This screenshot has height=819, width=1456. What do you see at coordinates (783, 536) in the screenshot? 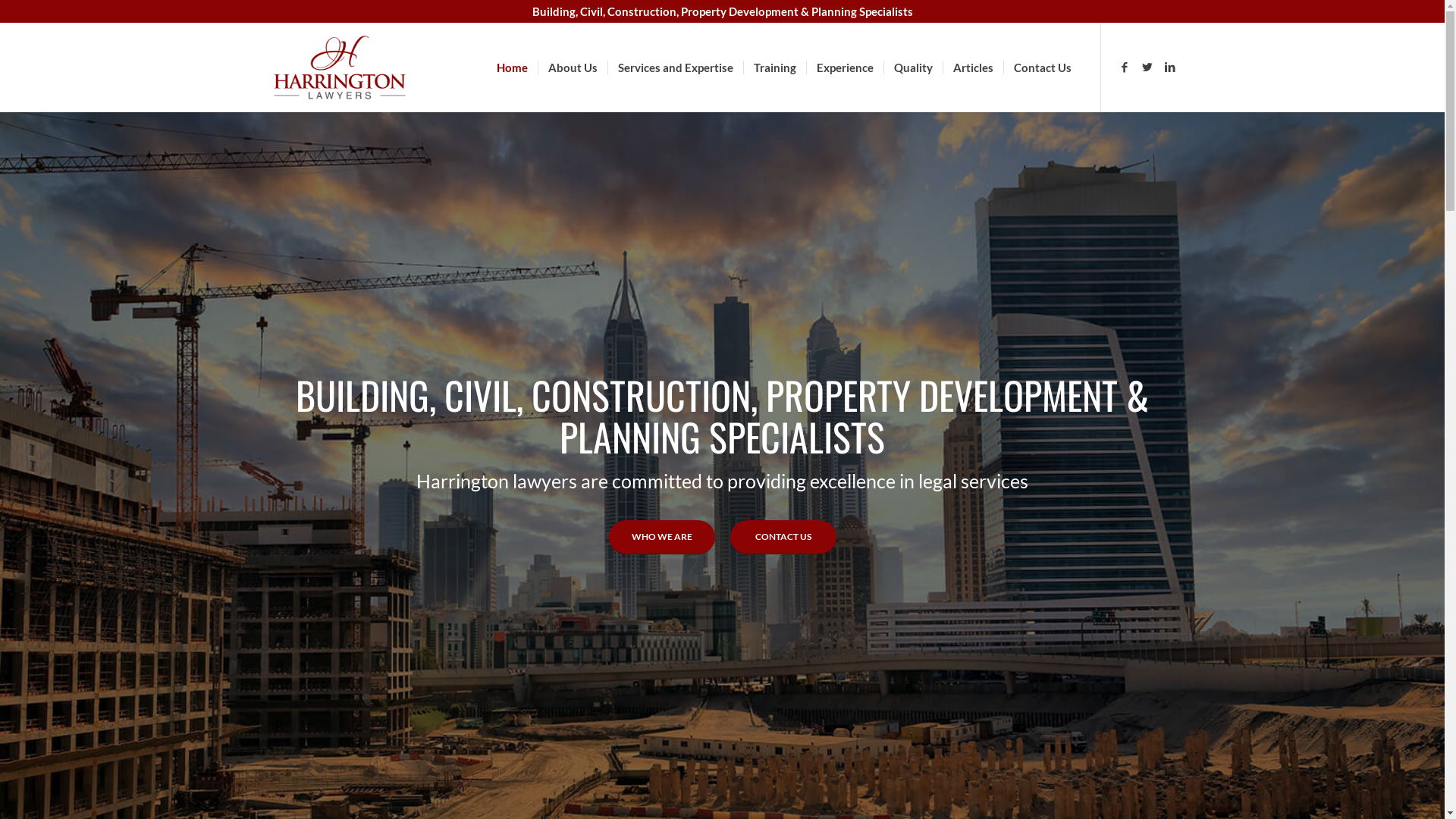
I see `'CONTACT US'` at bounding box center [783, 536].